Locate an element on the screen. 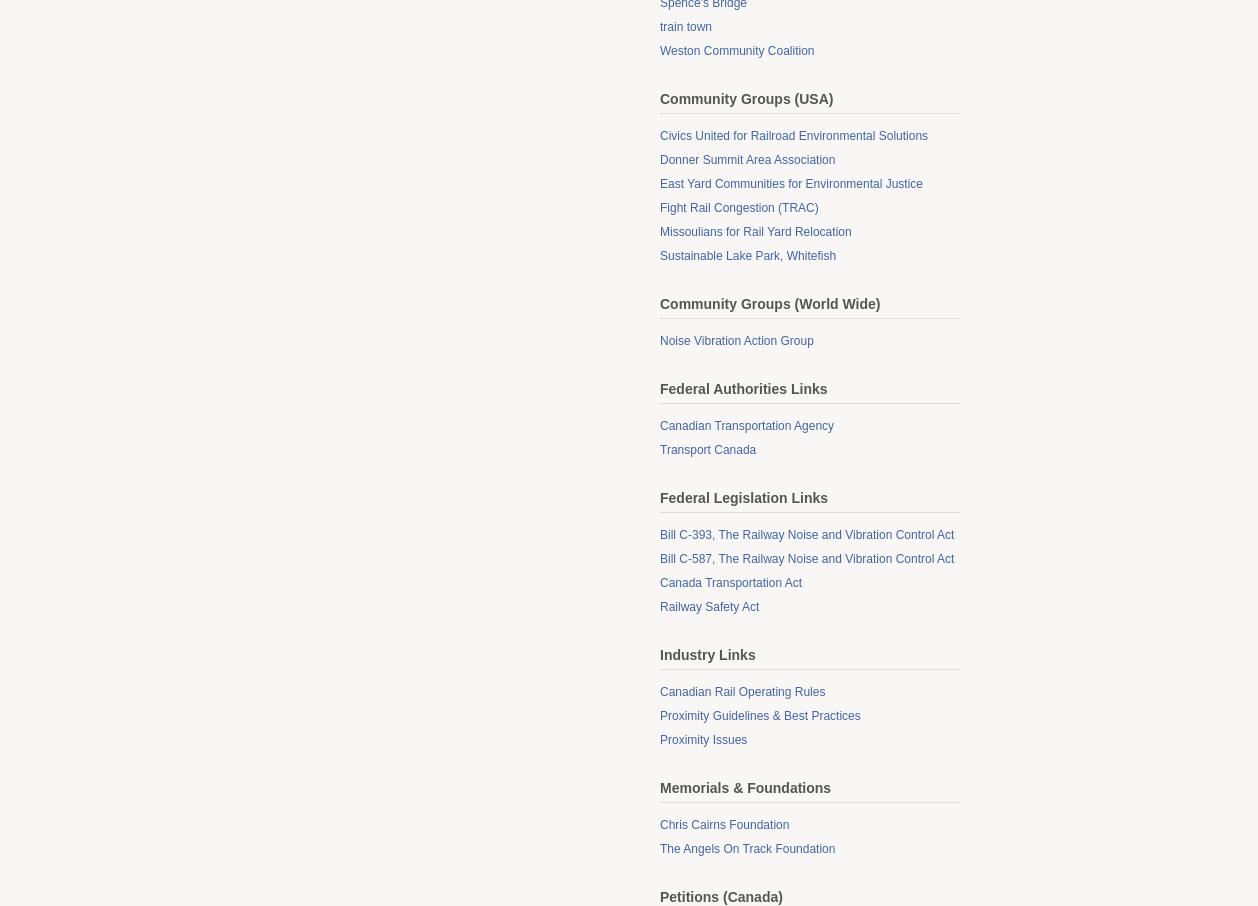 This screenshot has height=906, width=1258. 'Bill C-587, The Railway Noise and Vibration Control Act' is located at coordinates (659, 558).